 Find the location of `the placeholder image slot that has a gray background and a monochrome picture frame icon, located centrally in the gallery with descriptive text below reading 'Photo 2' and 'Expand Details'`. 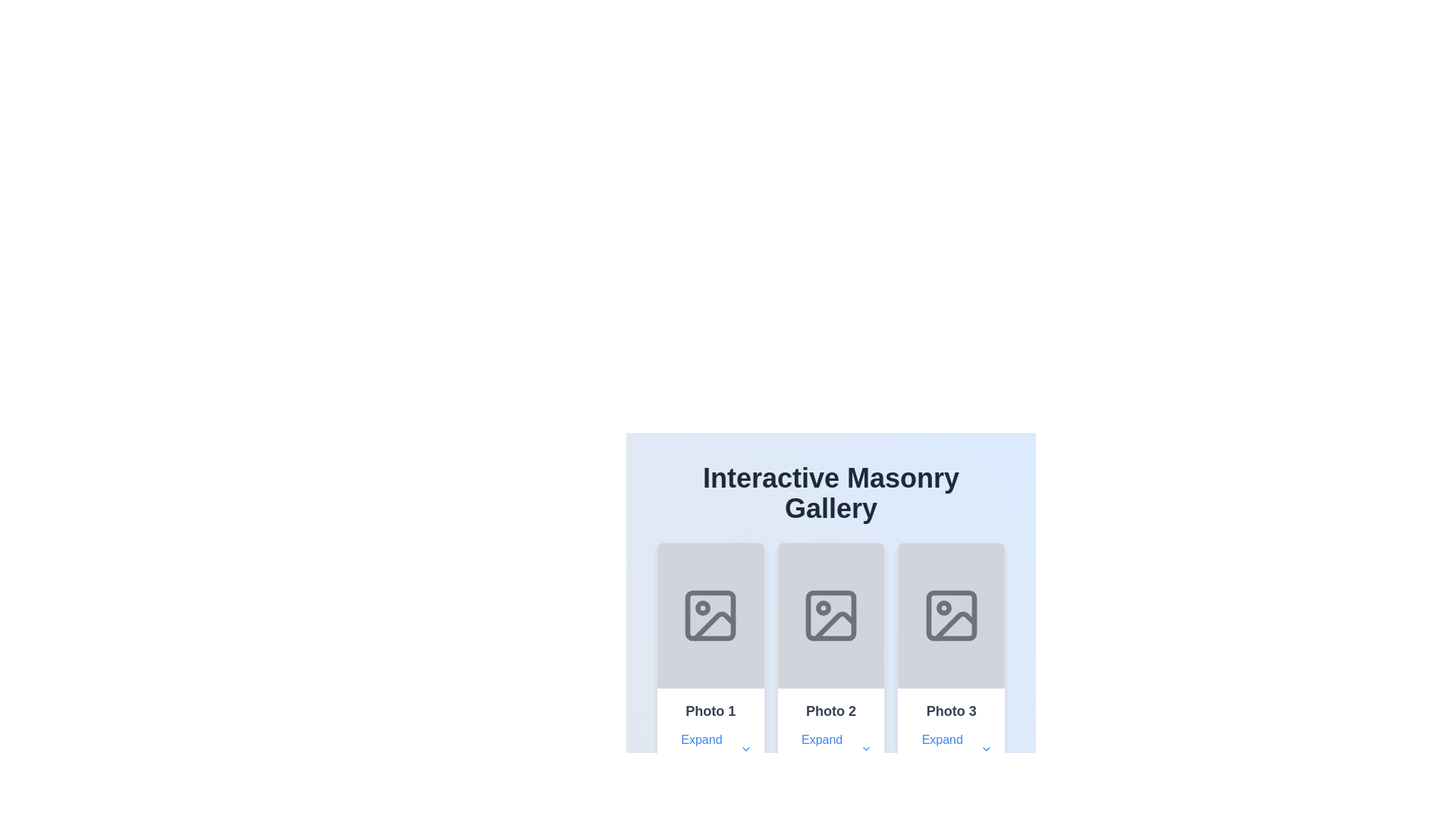

the placeholder image slot that has a gray background and a monochrome picture frame icon, located centrally in the gallery with descriptive text below reading 'Photo 2' and 'Expand Details' is located at coordinates (830, 616).